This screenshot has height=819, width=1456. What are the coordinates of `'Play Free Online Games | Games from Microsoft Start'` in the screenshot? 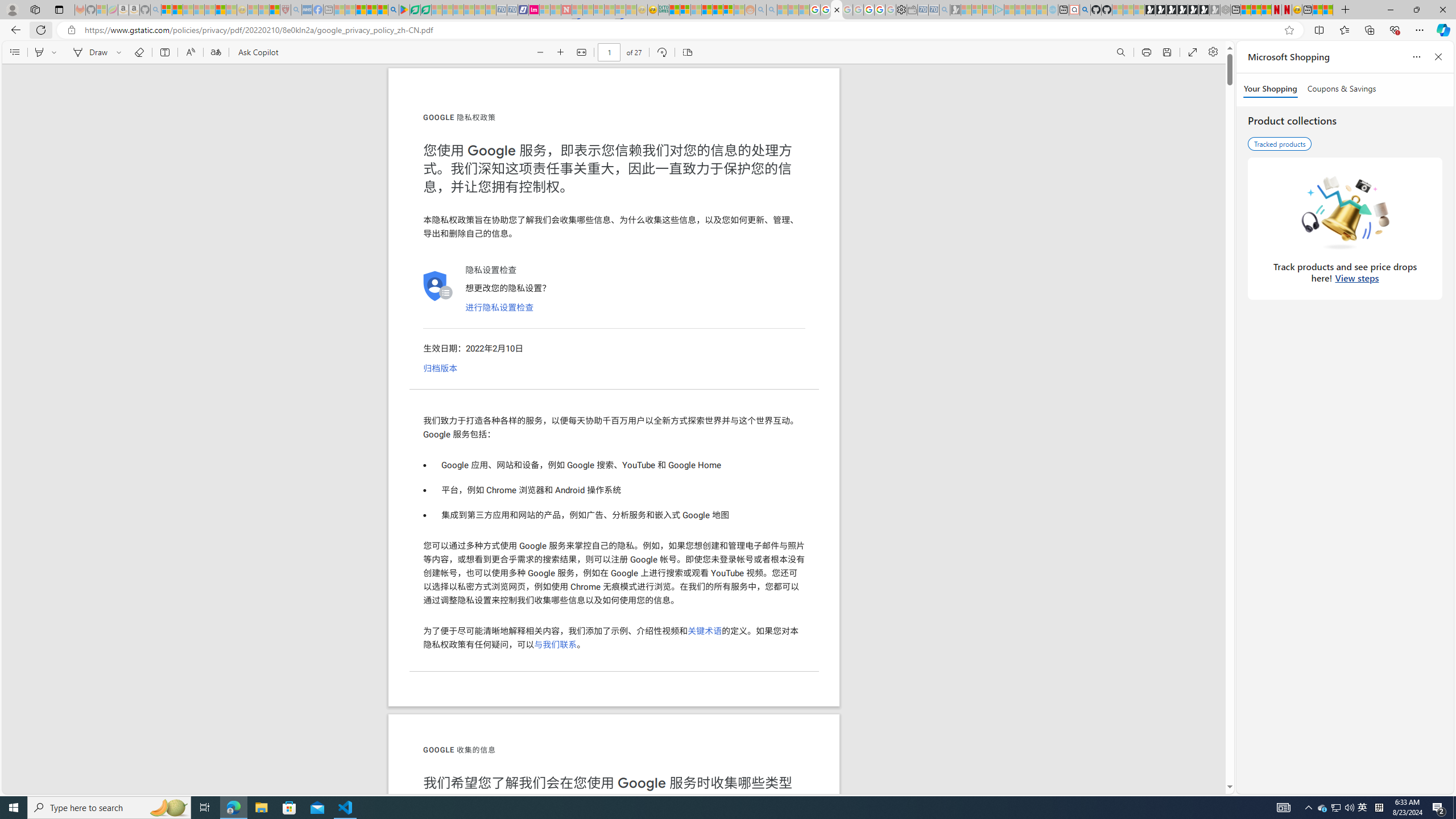 It's located at (1149, 9).